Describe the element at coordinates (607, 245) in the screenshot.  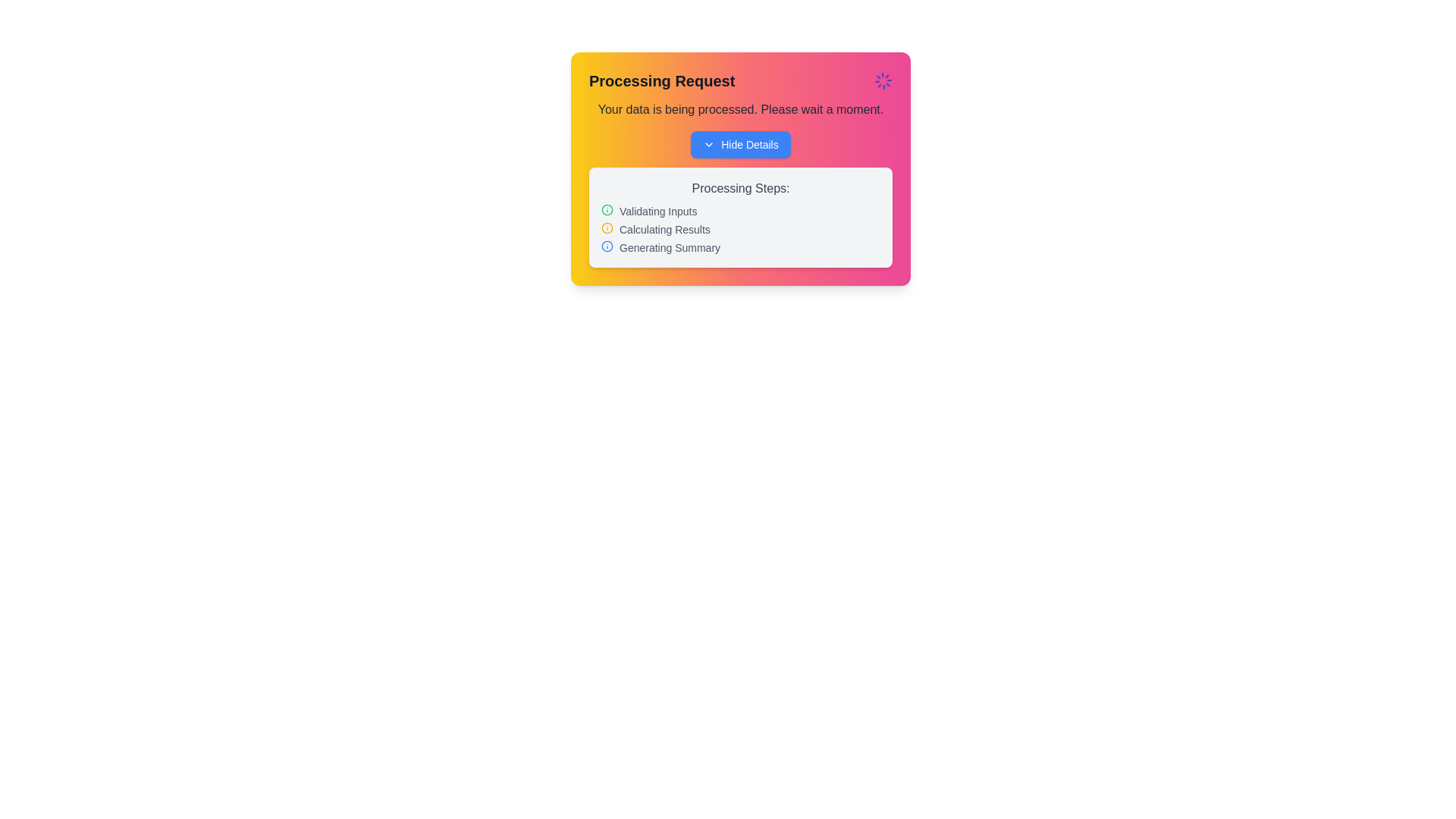
I see `the SVG-based icon indicating the 'Generating Summary' step, which is the third element in the list inside a white box on a colored card` at that location.